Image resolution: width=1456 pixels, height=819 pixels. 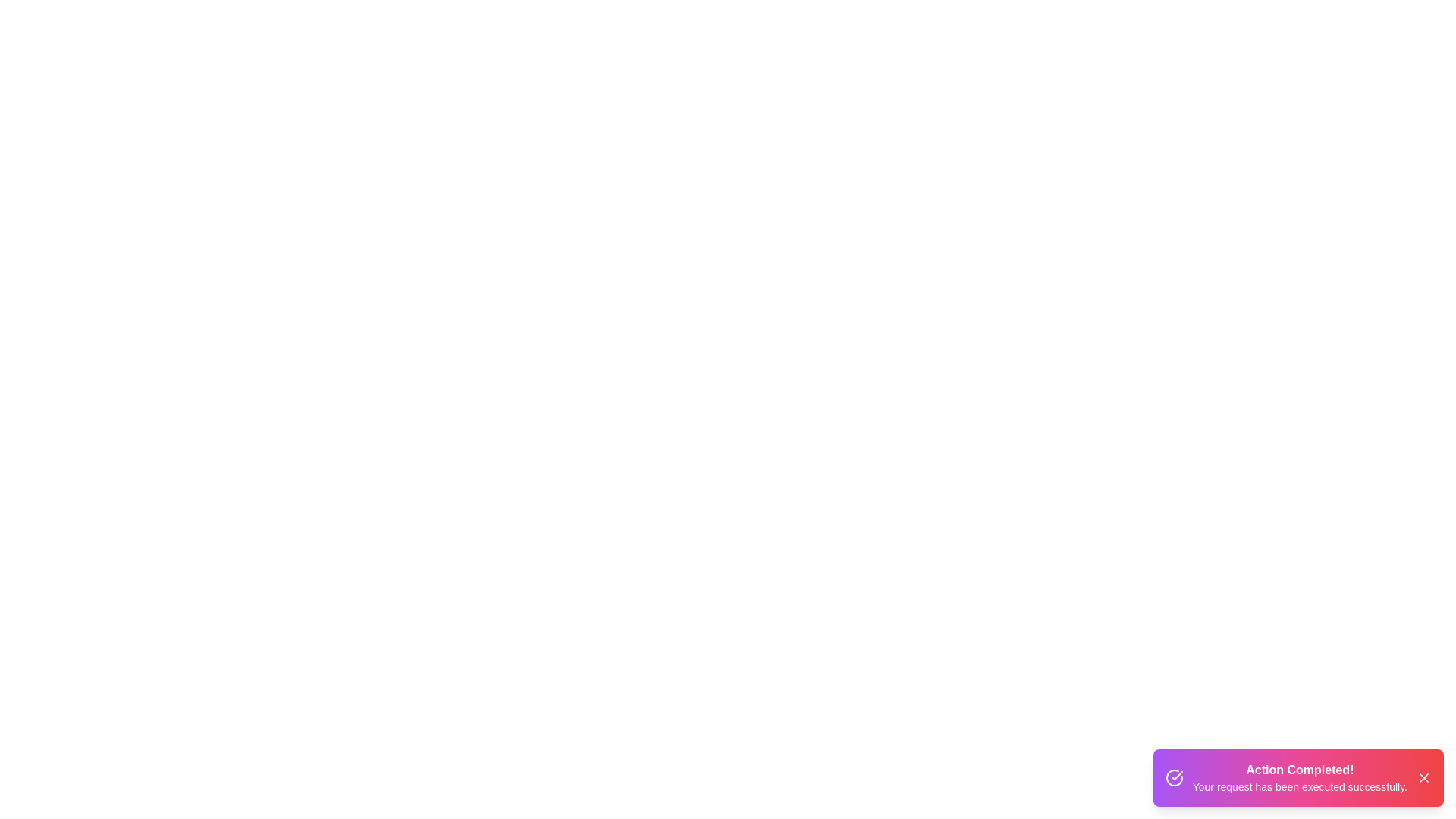 I want to click on the dismiss button styled as a white 'X' on a red background located at the far right side of the notification card to identify its functionality, so click(x=1423, y=778).